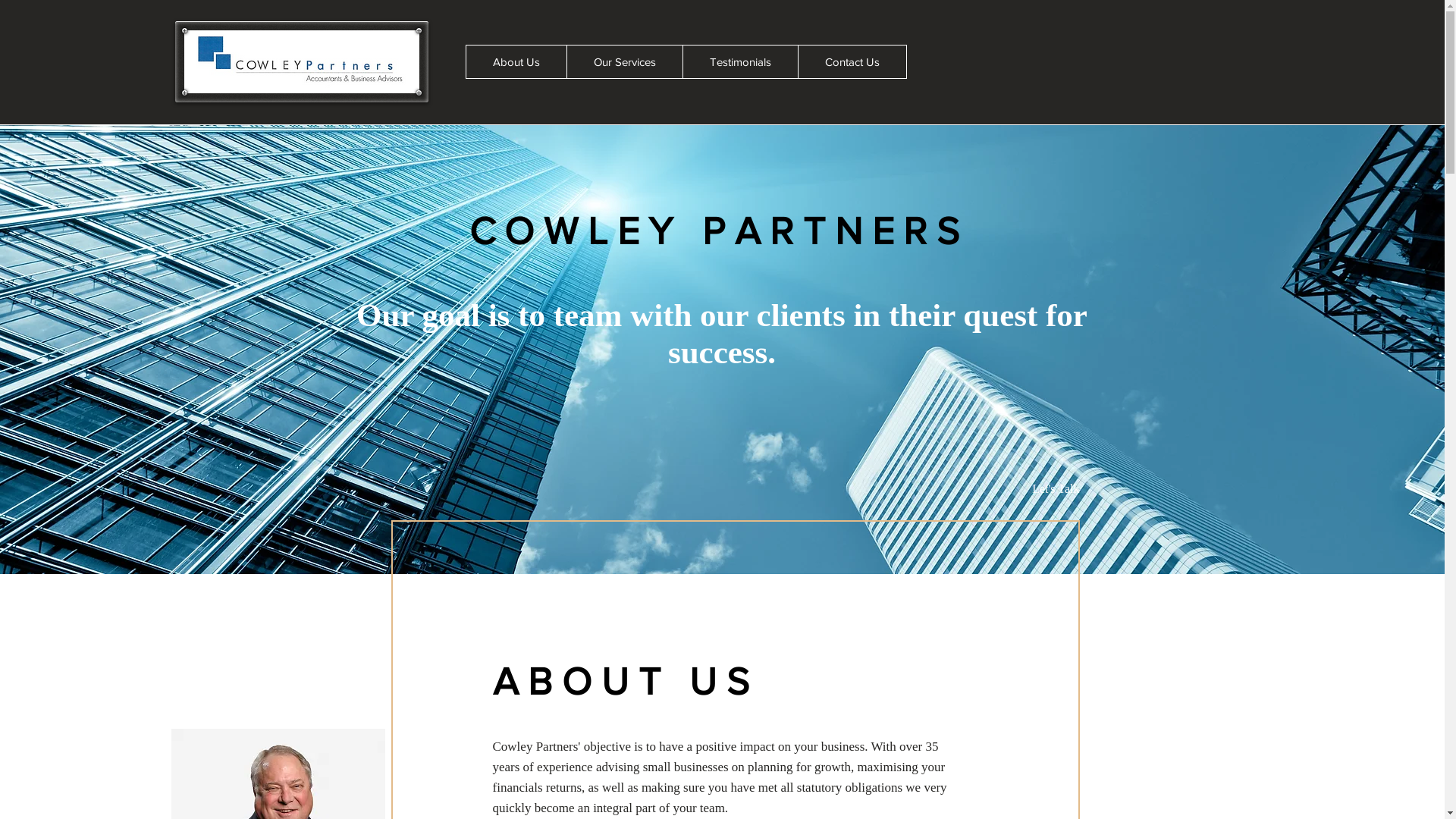 The height and width of the screenshot is (819, 1456). Describe the element at coordinates (852, 61) in the screenshot. I see `'Contact Us'` at that location.